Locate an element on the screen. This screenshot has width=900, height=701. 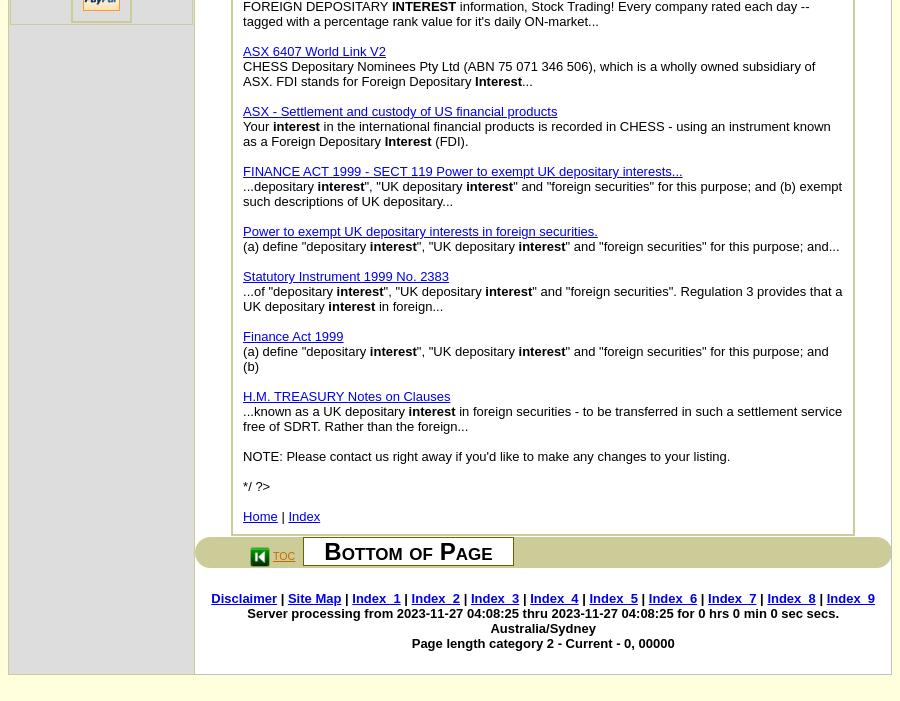
'CHESS Depositary Nominees Pty Ltd (ABN 75 071 346 506), which is a wholly owned subsidiary of ASX.  FDI stands for Foreign Depositary' is located at coordinates (528, 73).